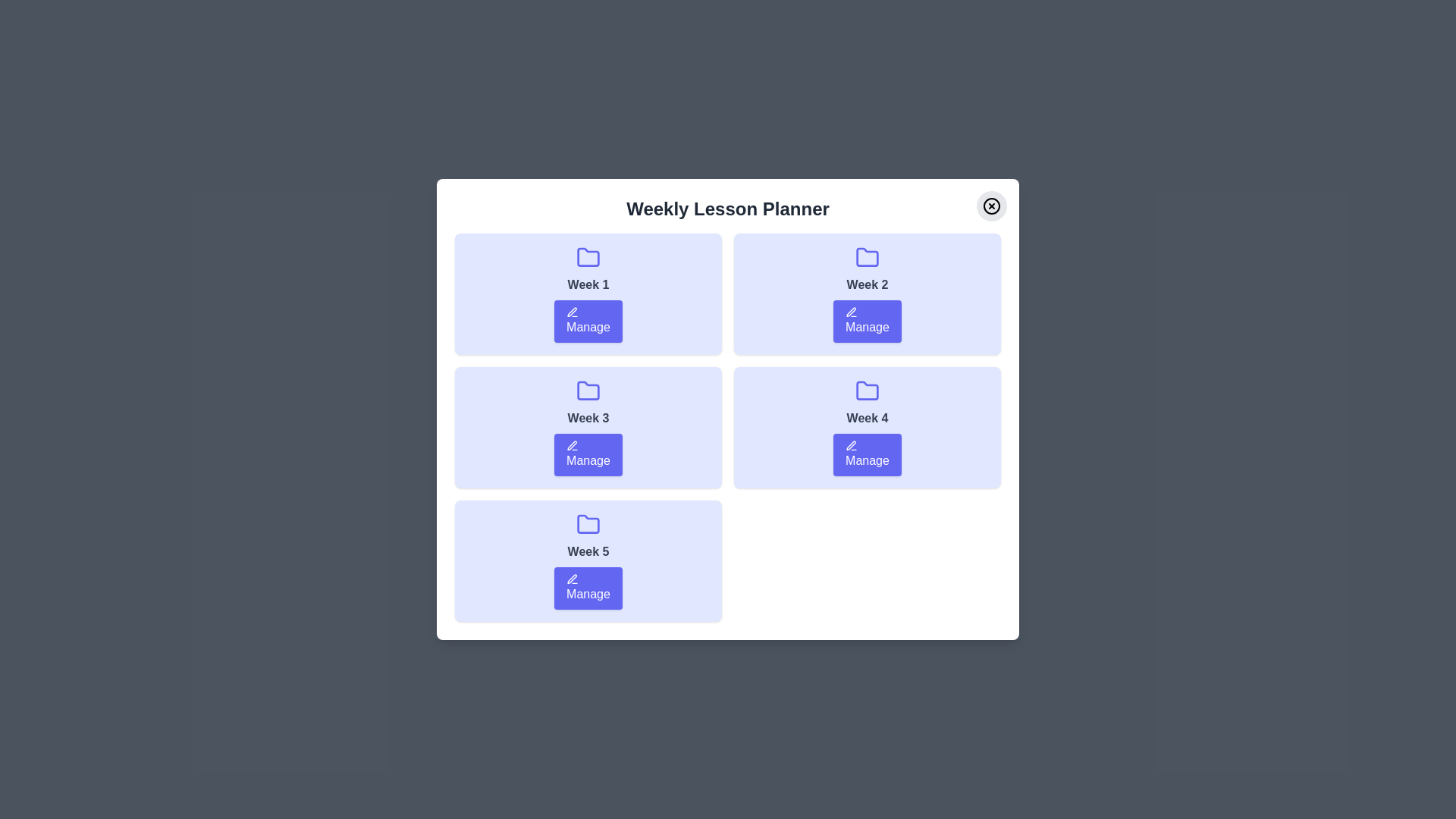 Image resolution: width=1456 pixels, height=819 pixels. Describe the element at coordinates (588, 587) in the screenshot. I see `'Manage' button for Week 5` at that location.